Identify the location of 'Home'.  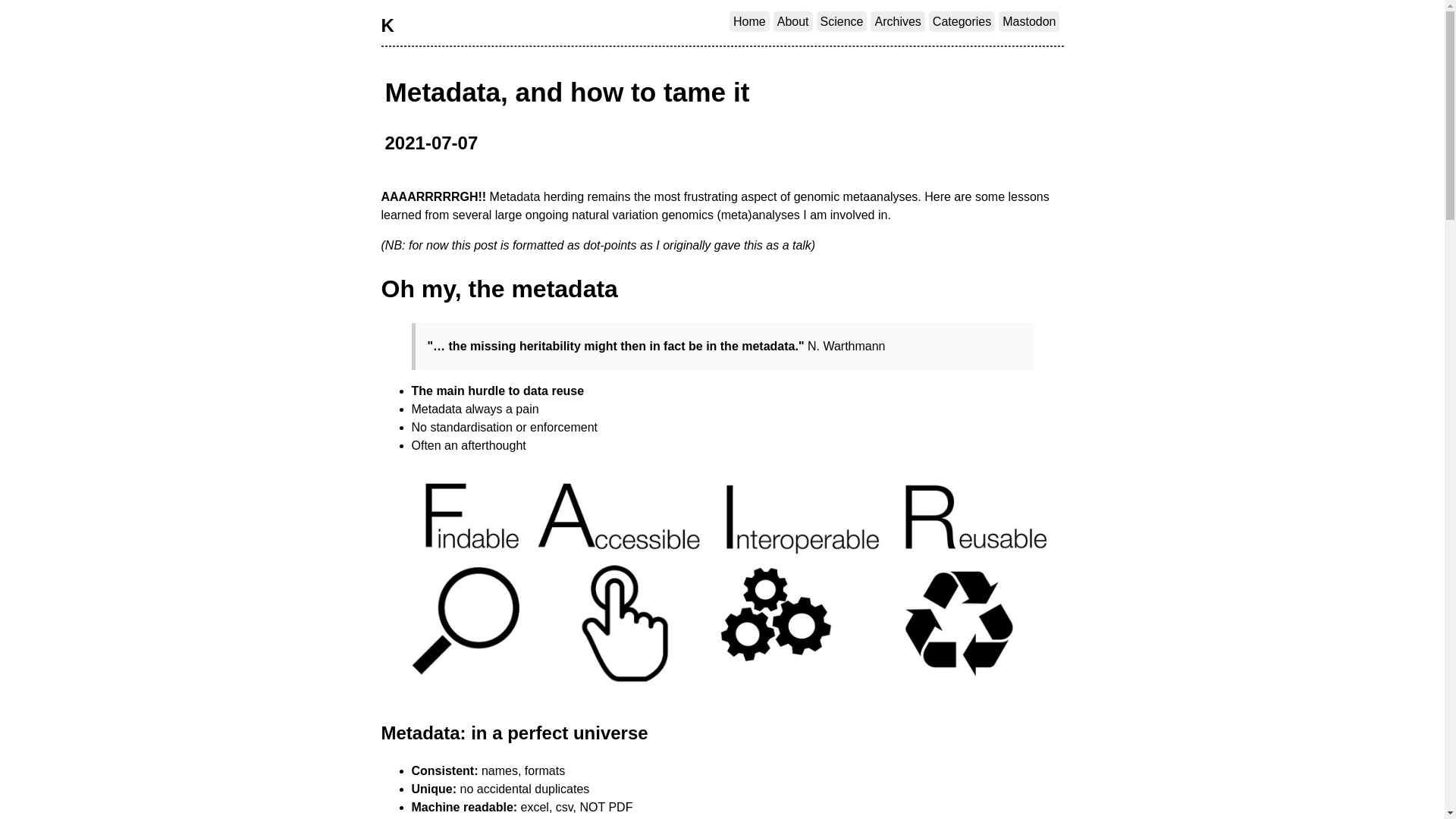
(749, 21).